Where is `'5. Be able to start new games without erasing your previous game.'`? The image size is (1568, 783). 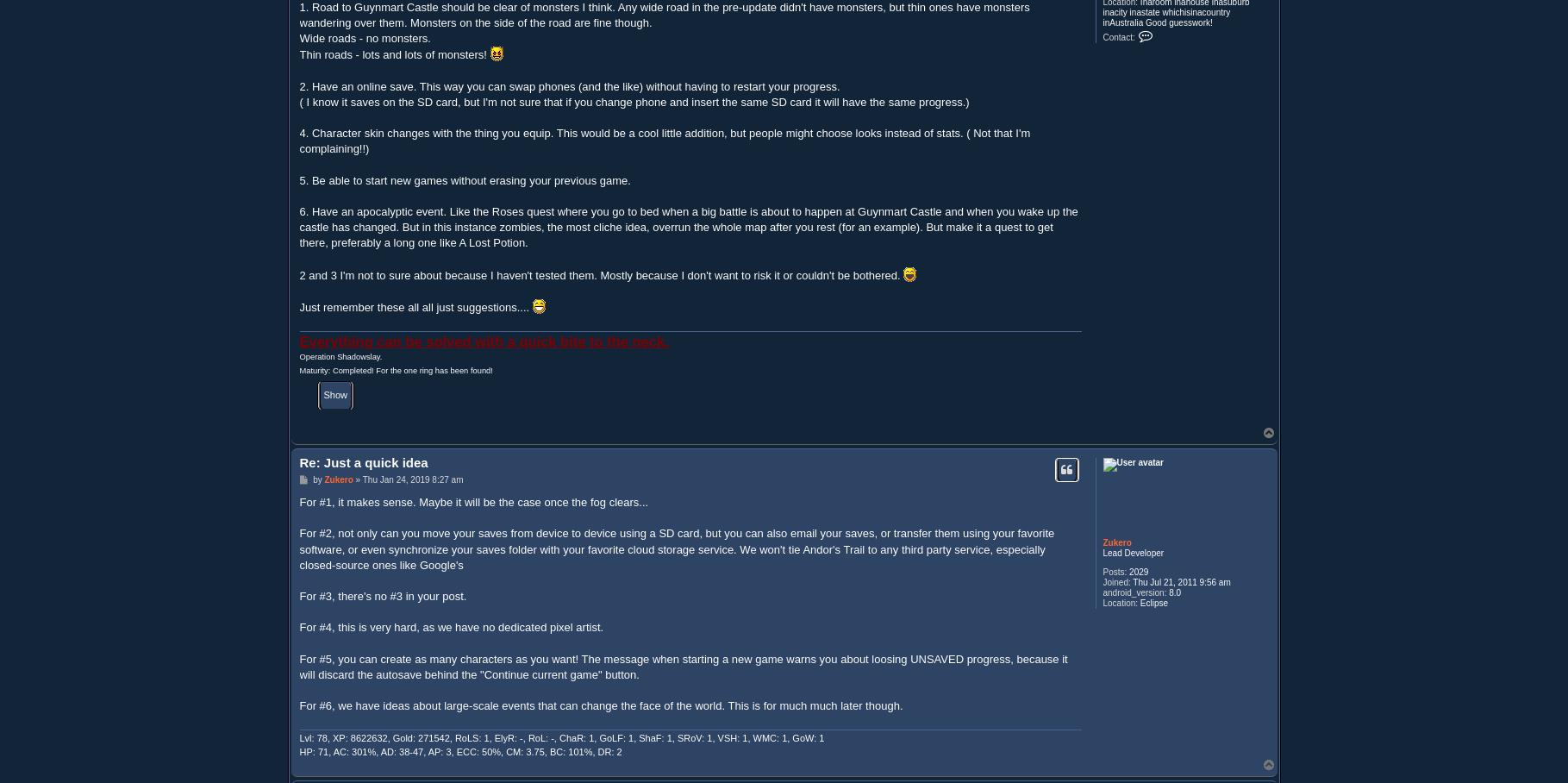 '5. Be able to start new games without erasing your previous game.' is located at coordinates (299, 179).